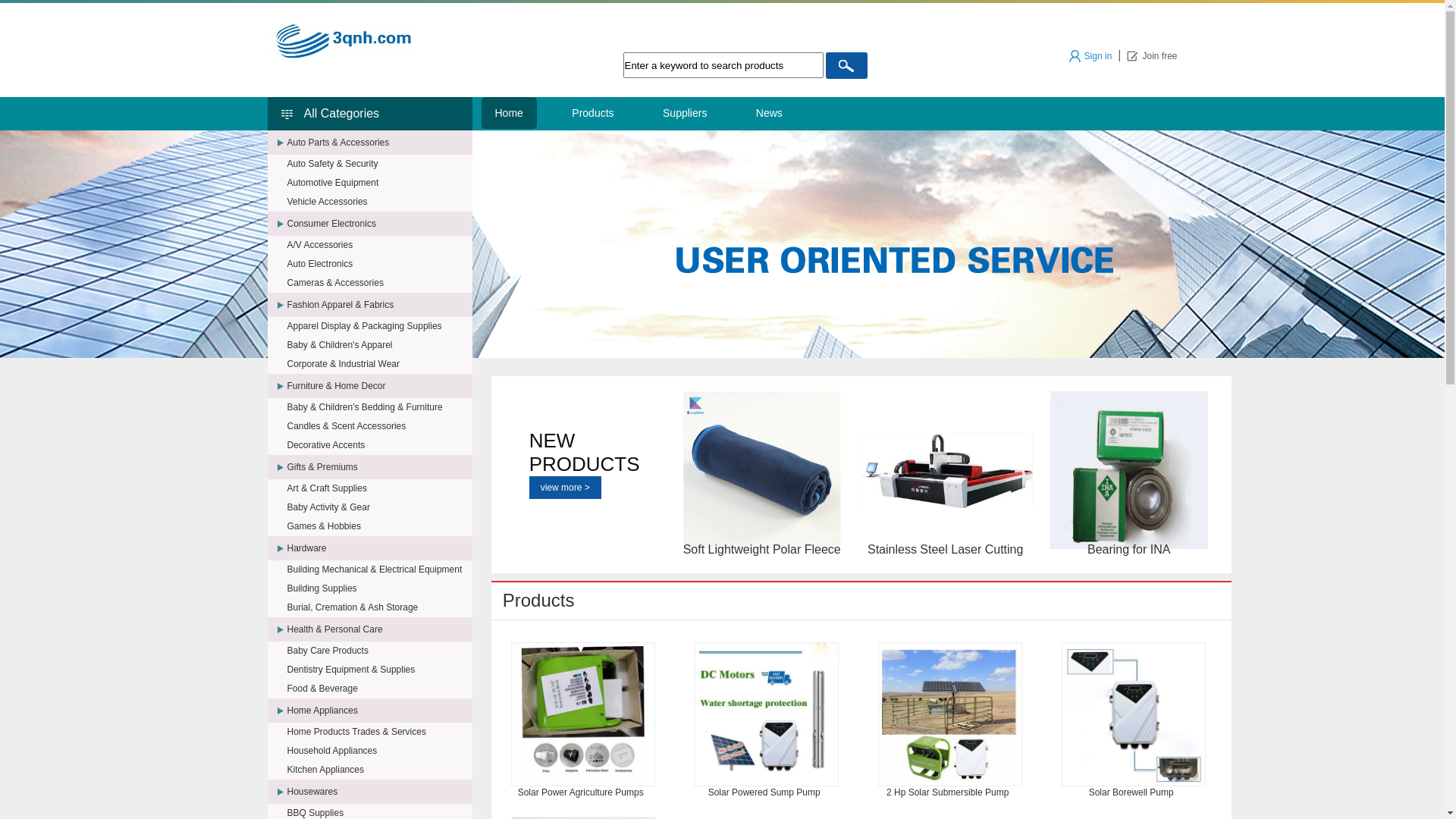 This screenshot has height=819, width=1456. Describe the element at coordinates (378, 570) in the screenshot. I see `'Building Mechanical & Electrical Equipment'` at that location.